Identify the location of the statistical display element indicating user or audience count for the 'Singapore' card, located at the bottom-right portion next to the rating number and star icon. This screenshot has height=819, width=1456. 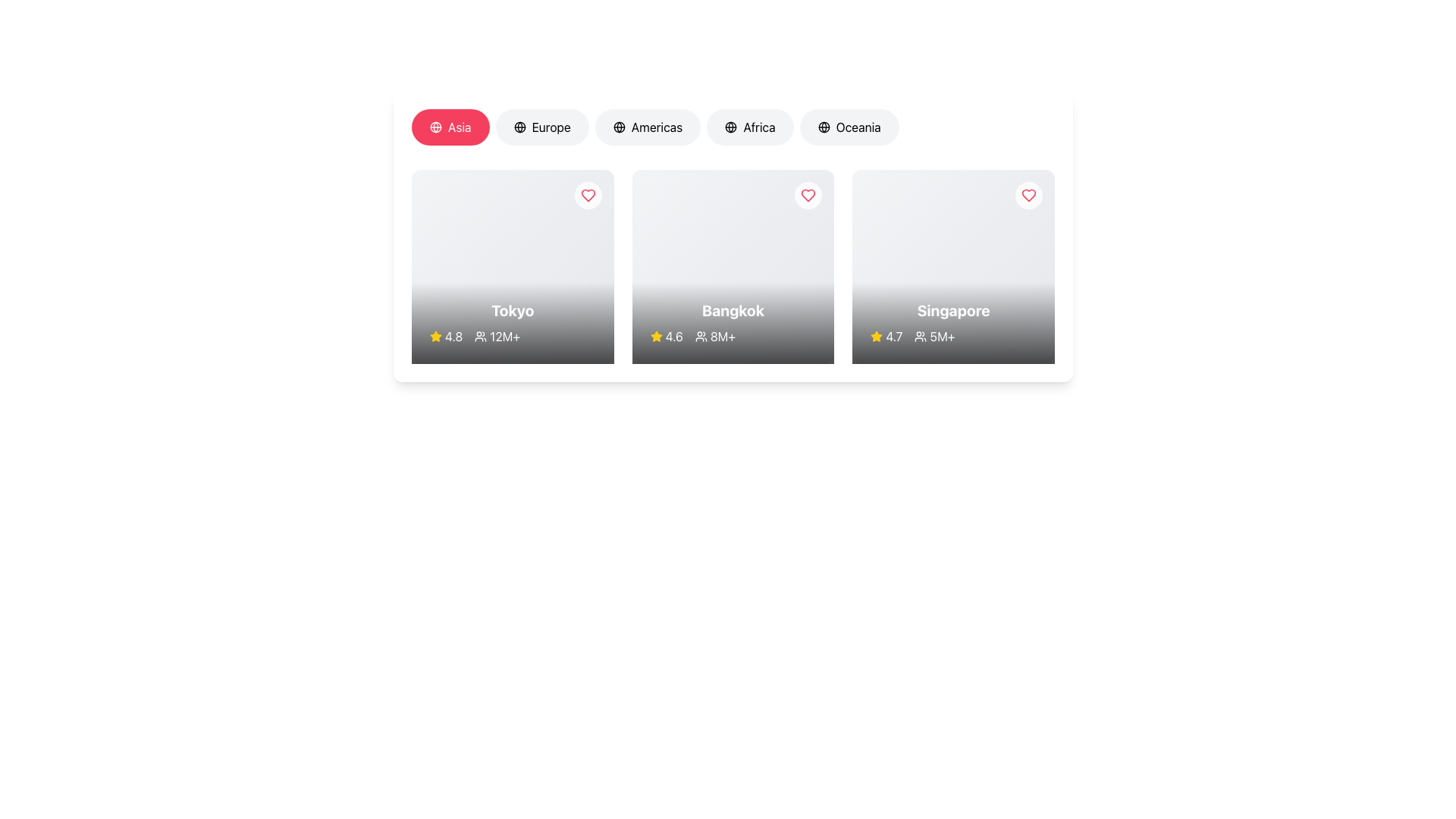
(952, 335).